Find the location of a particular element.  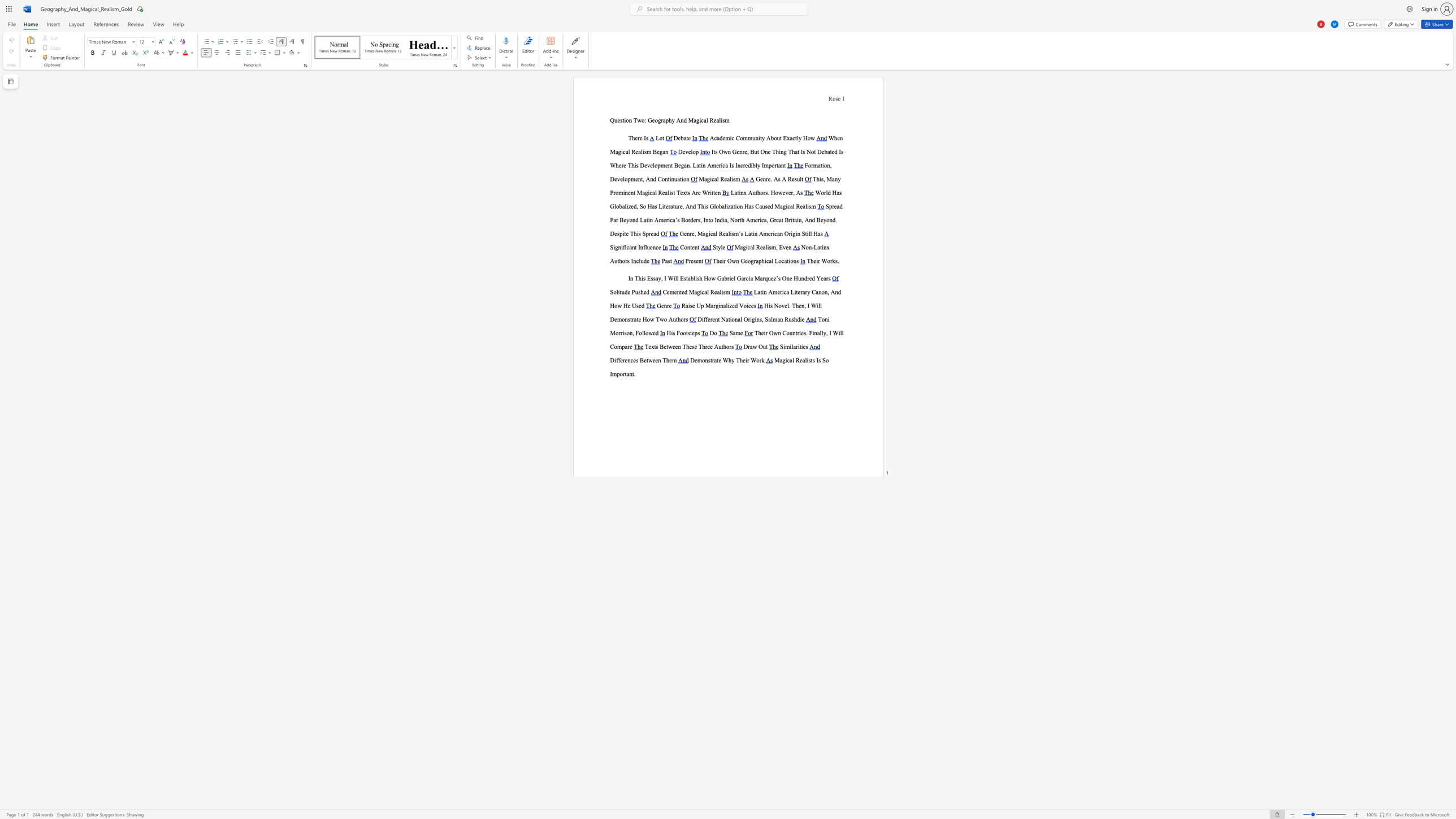

the subset text "Their Wor" within the text "Demonstrate Why Their Work" is located at coordinates (735, 359).